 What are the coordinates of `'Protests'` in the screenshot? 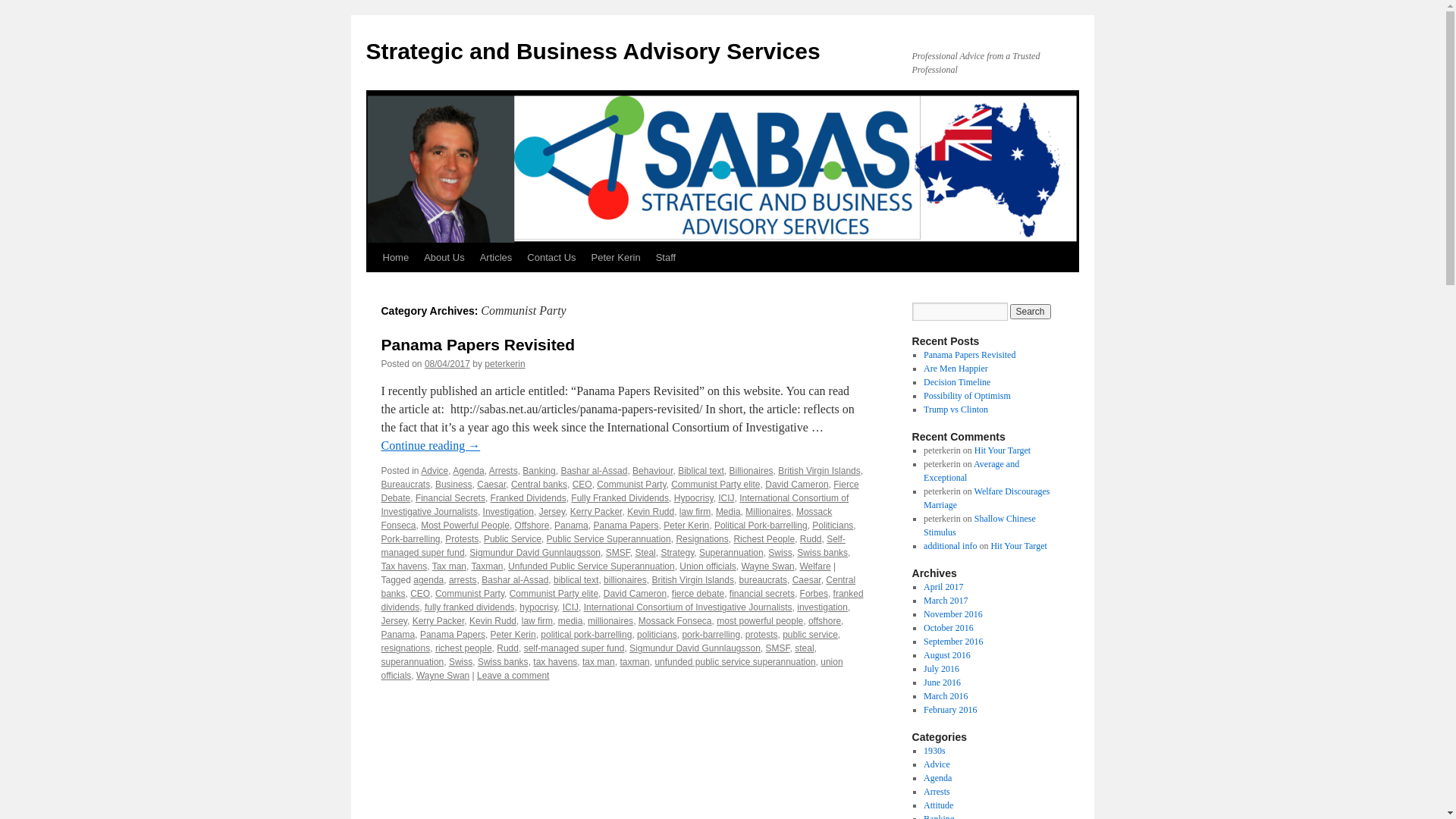 It's located at (461, 538).